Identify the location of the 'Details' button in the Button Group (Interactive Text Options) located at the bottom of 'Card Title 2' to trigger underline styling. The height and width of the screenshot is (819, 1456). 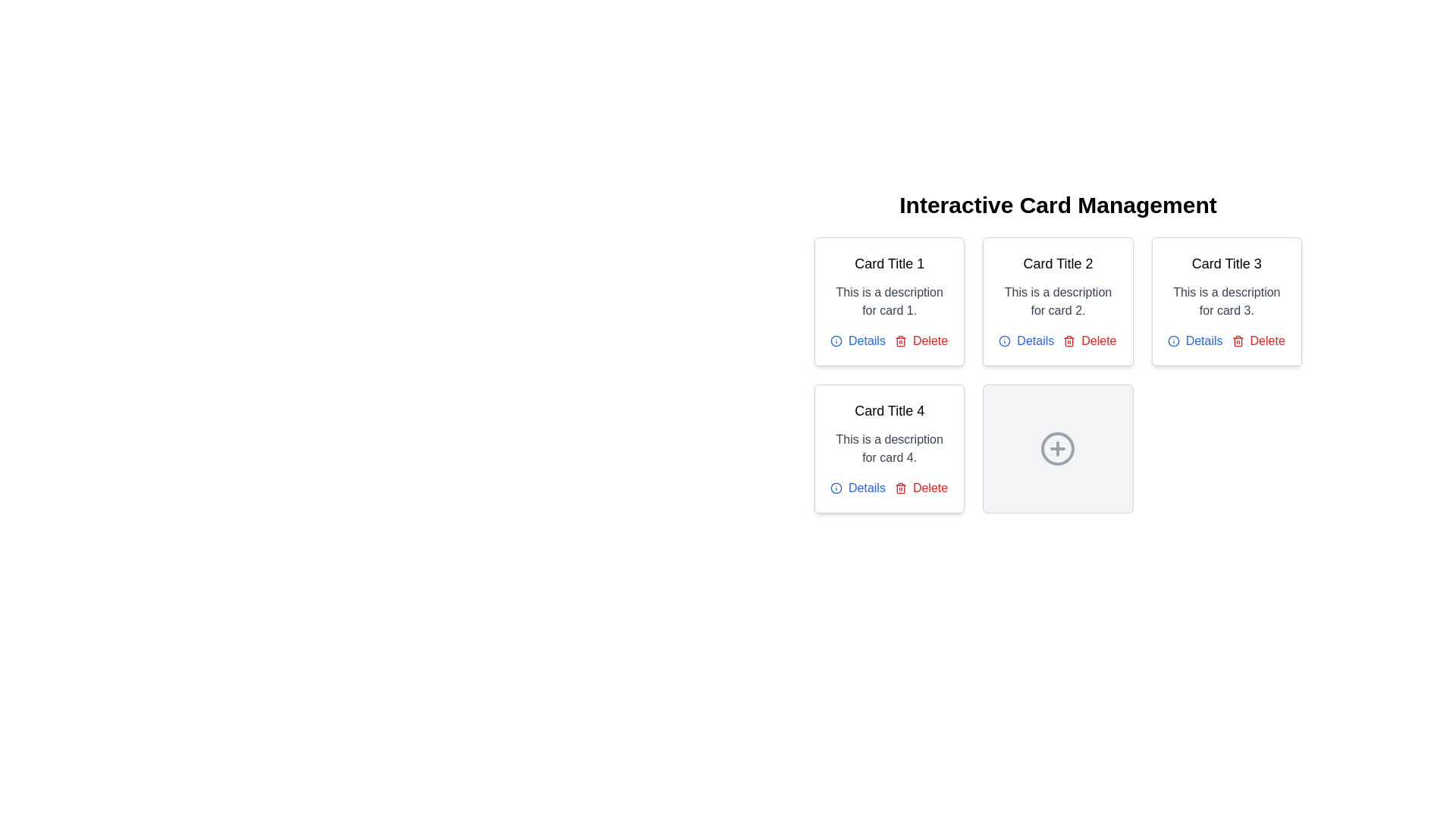
(1057, 341).